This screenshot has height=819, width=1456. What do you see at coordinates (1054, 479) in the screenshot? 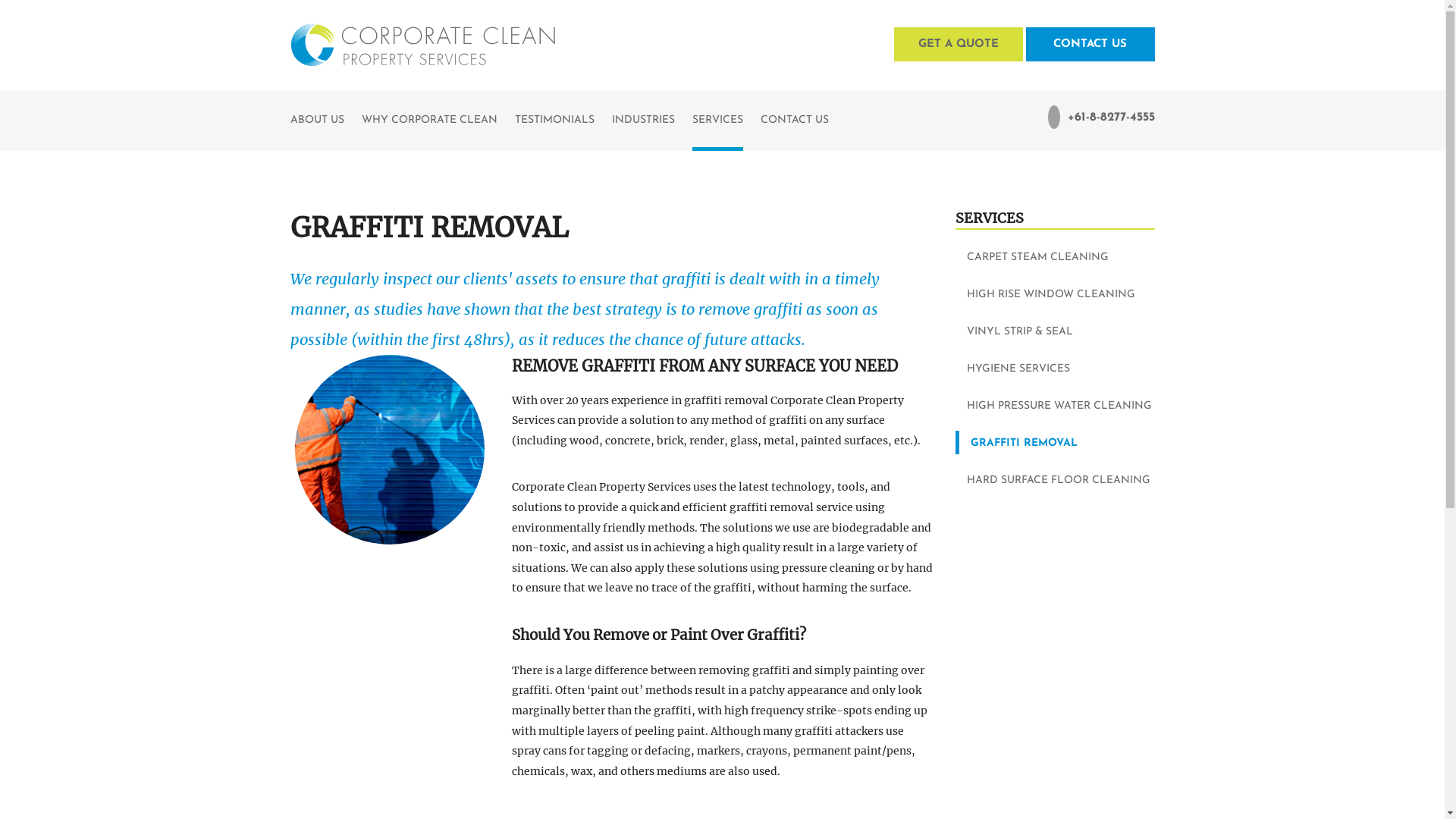
I see `'HARD SURFACE FLOOR CLEANING'` at bounding box center [1054, 479].